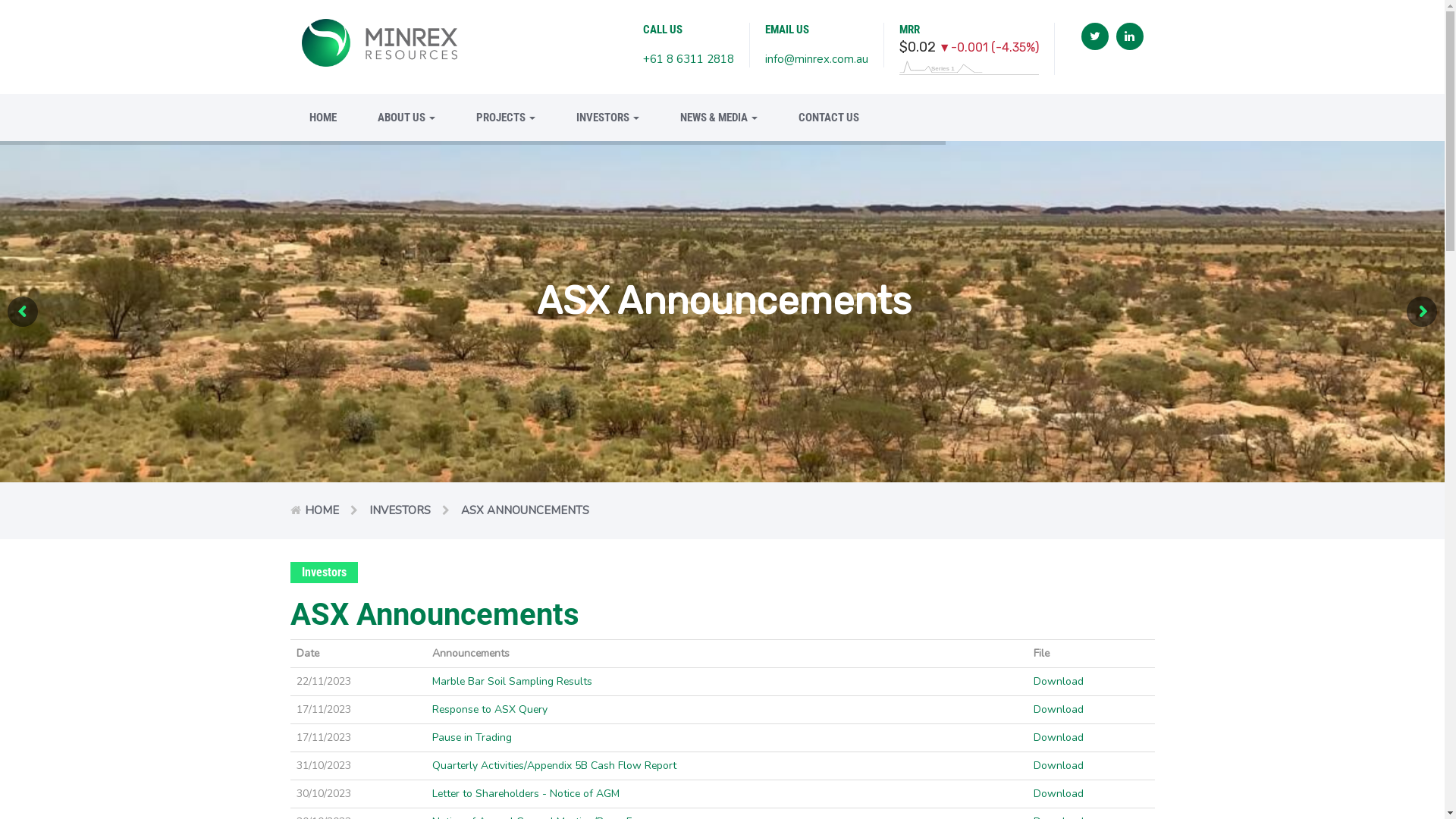 This screenshot has height=819, width=1456. What do you see at coordinates (405, 116) in the screenshot?
I see `'ABOUT US'` at bounding box center [405, 116].